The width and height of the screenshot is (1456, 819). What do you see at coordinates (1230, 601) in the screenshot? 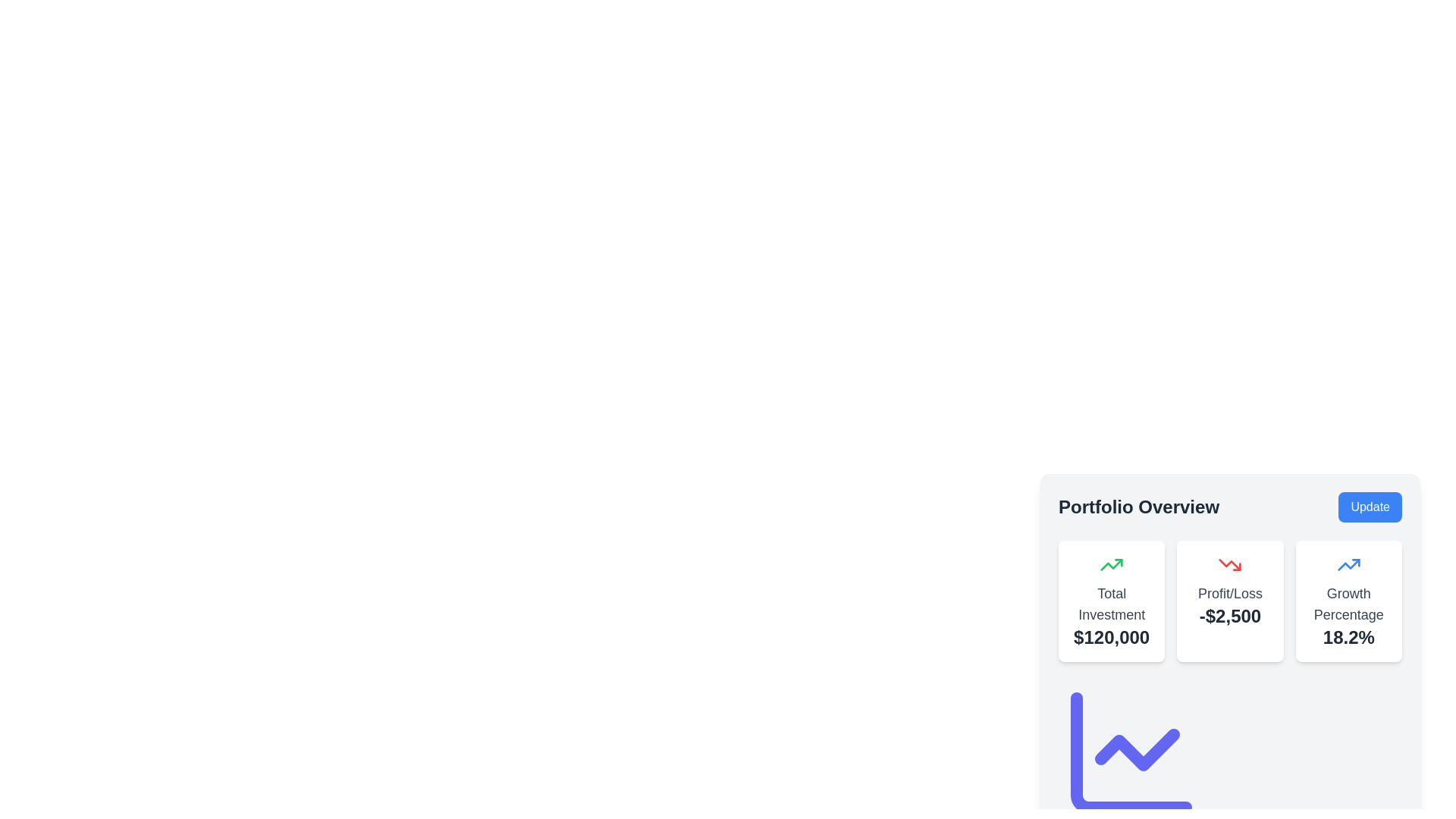
I see `the financial performance card that displays the profit or loss of a portfolio, located in the middle column of the grid layout, flanked by the 'Total Investment' card on the left and the 'Growth Percentage' card on the right` at bounding box center [1230, 601].